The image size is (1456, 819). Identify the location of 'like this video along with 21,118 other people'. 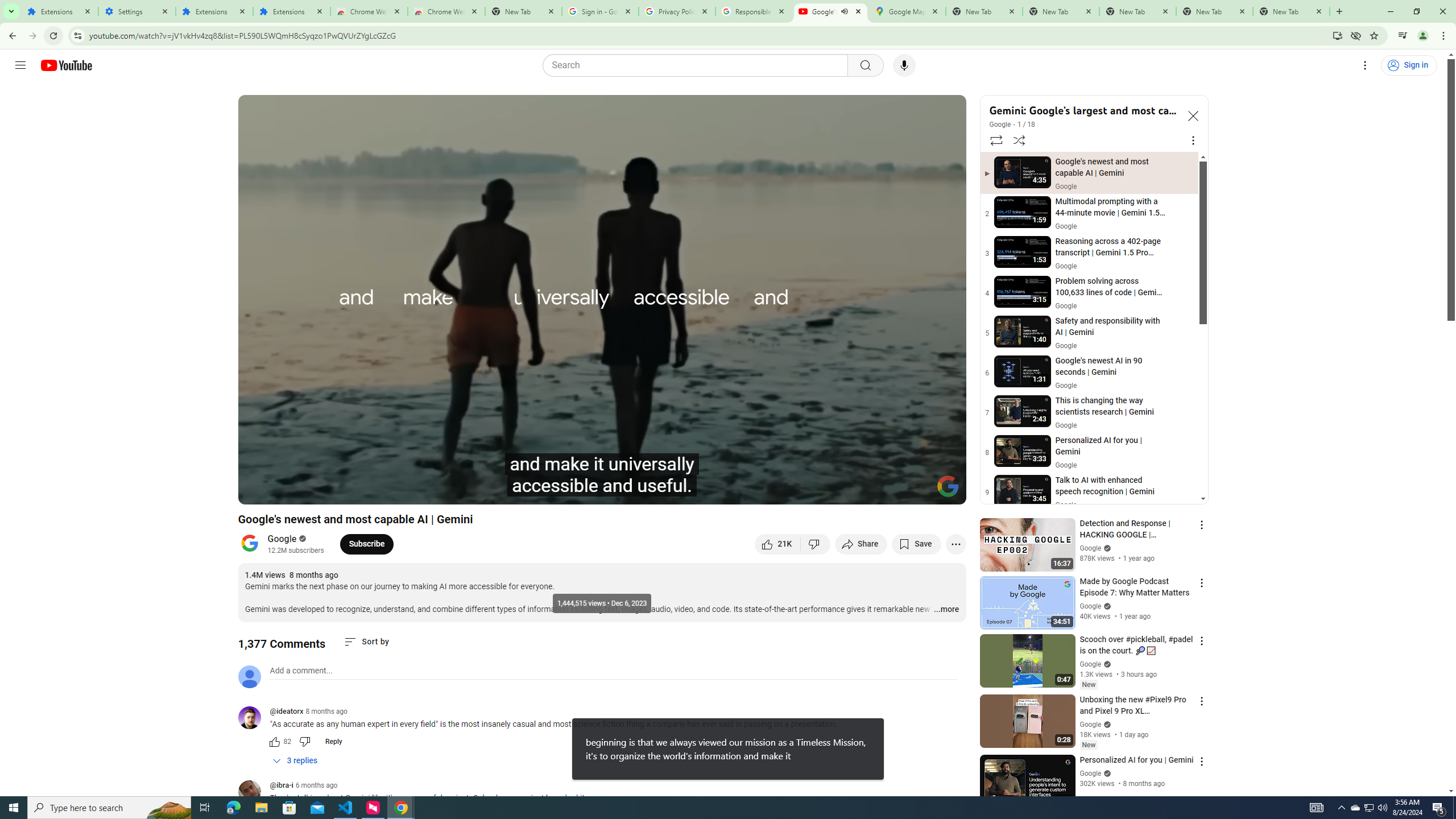
(777, 543).